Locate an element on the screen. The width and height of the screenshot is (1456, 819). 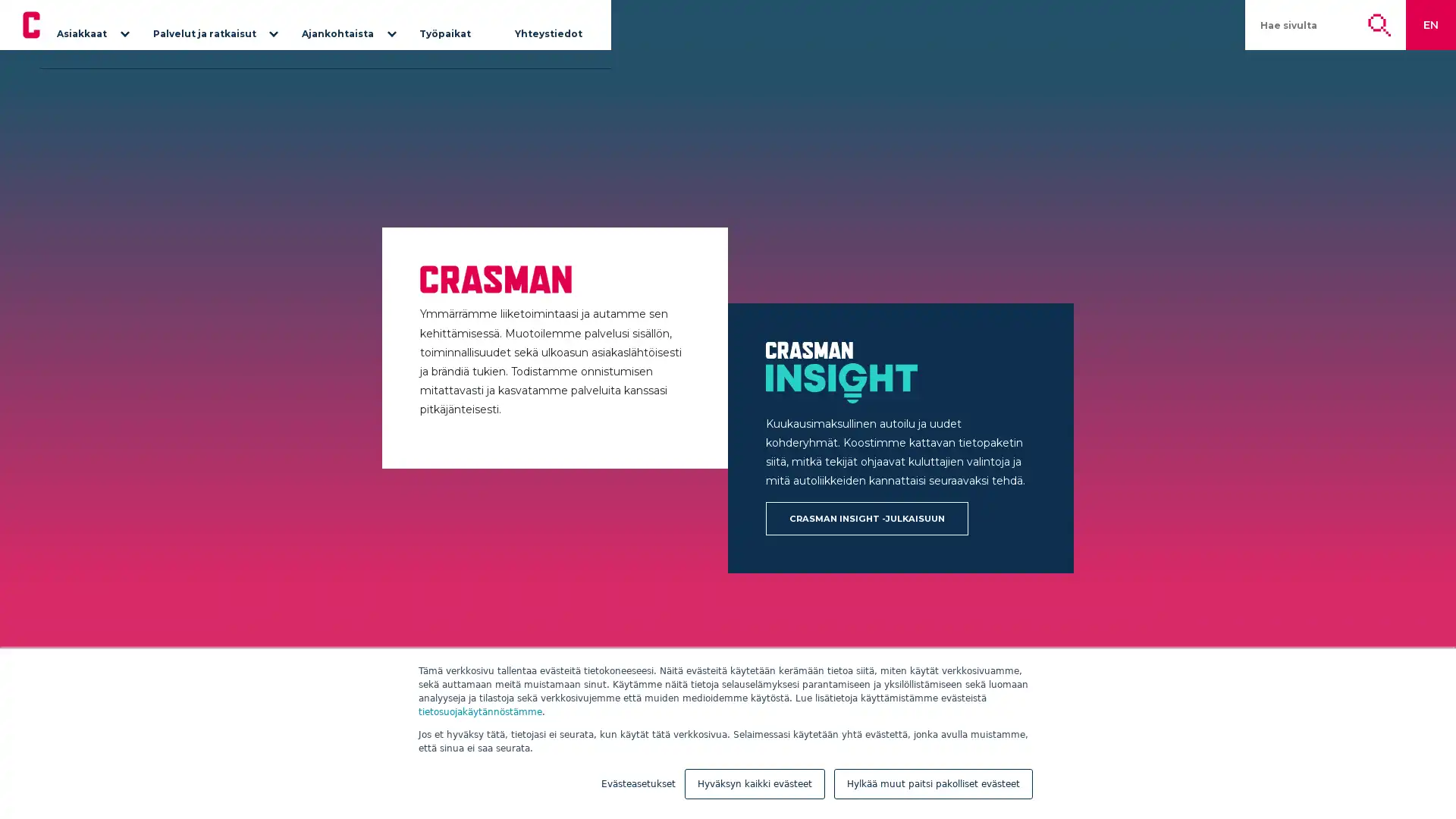
Hyvaksyn kaikki evasteet is located at coordinates (755, 783).